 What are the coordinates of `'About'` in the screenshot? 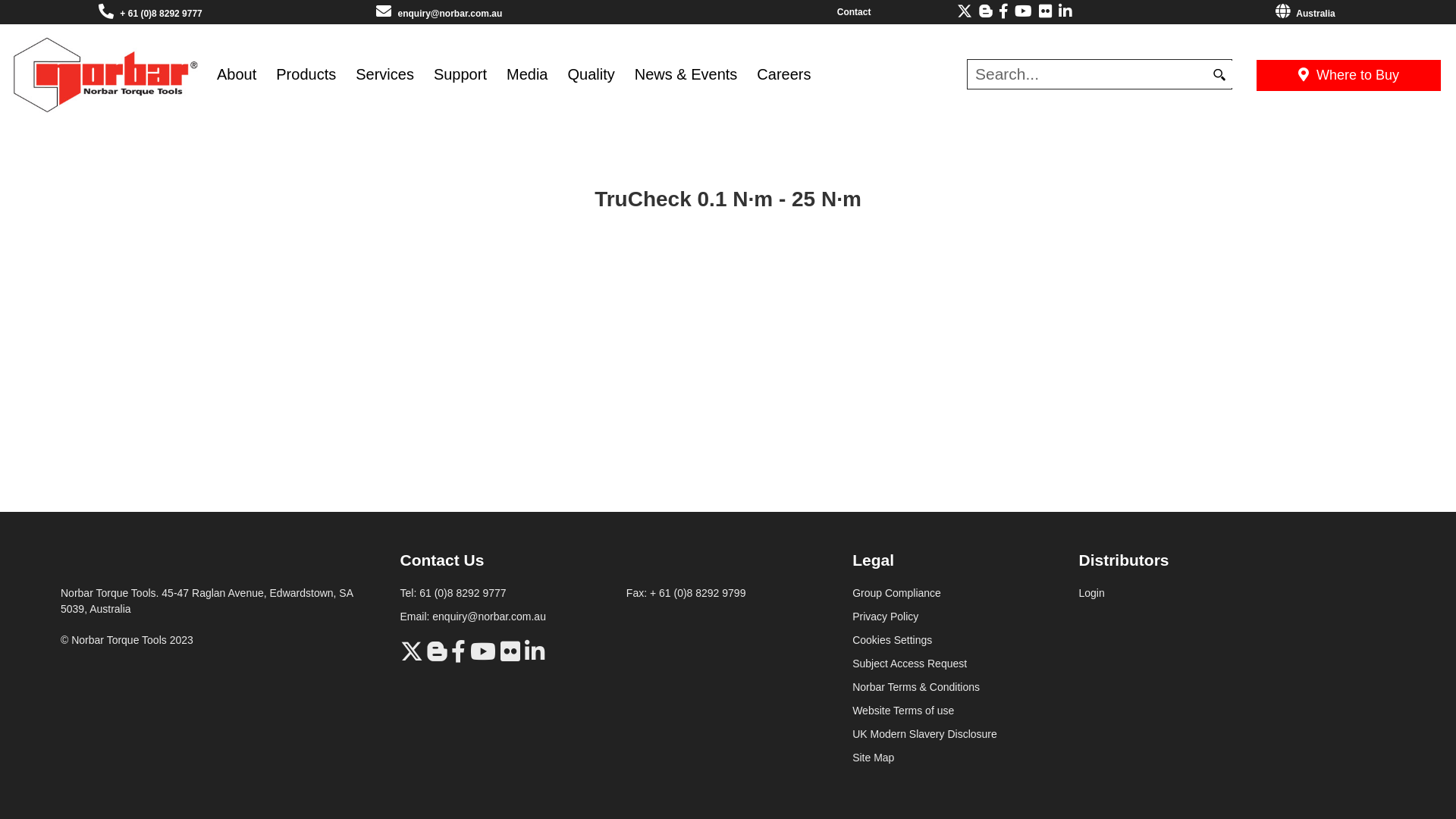 It's located at (236, 74).